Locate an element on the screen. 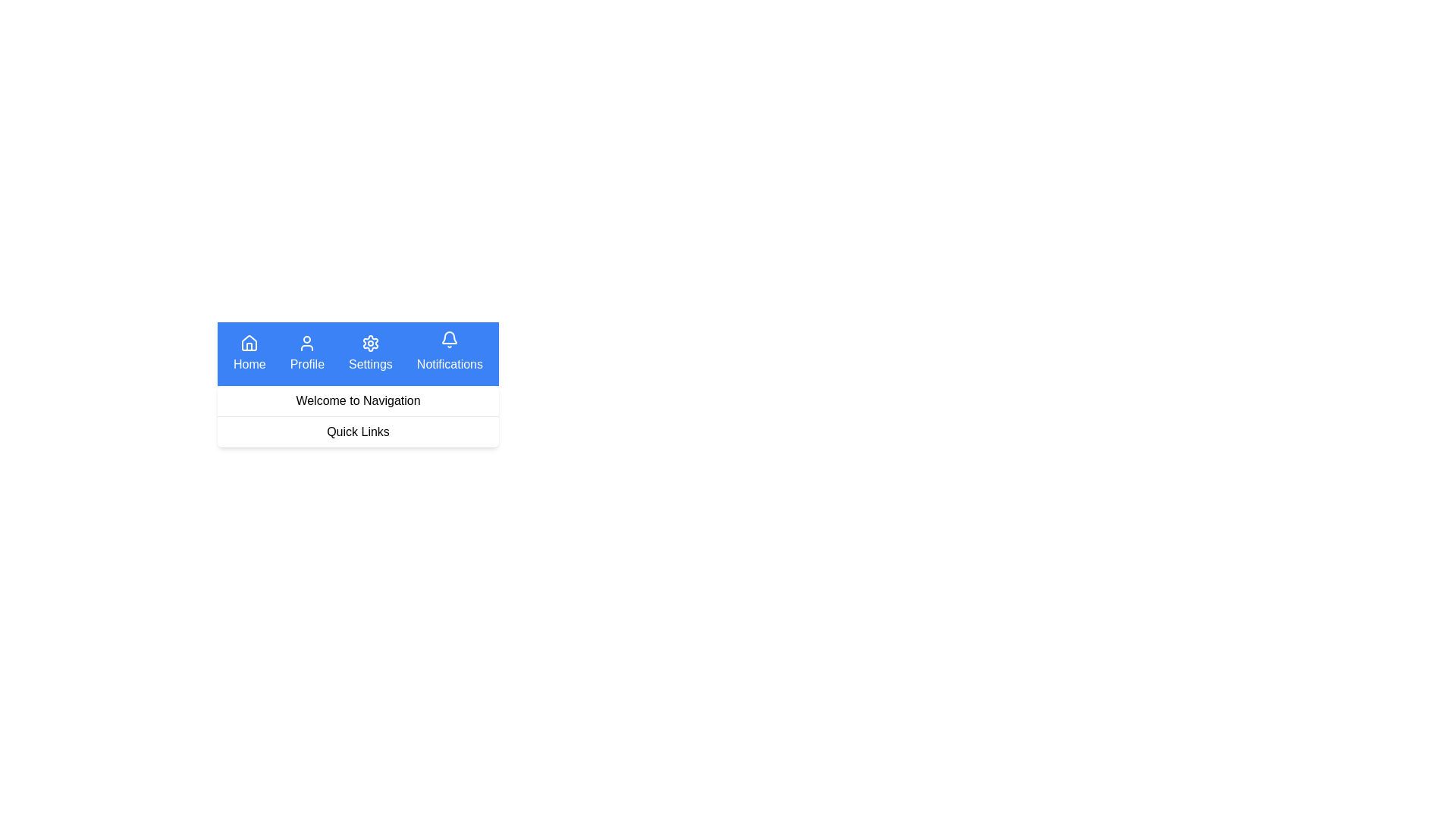  the Notifications navigation button is located at coordinates (449, 353).